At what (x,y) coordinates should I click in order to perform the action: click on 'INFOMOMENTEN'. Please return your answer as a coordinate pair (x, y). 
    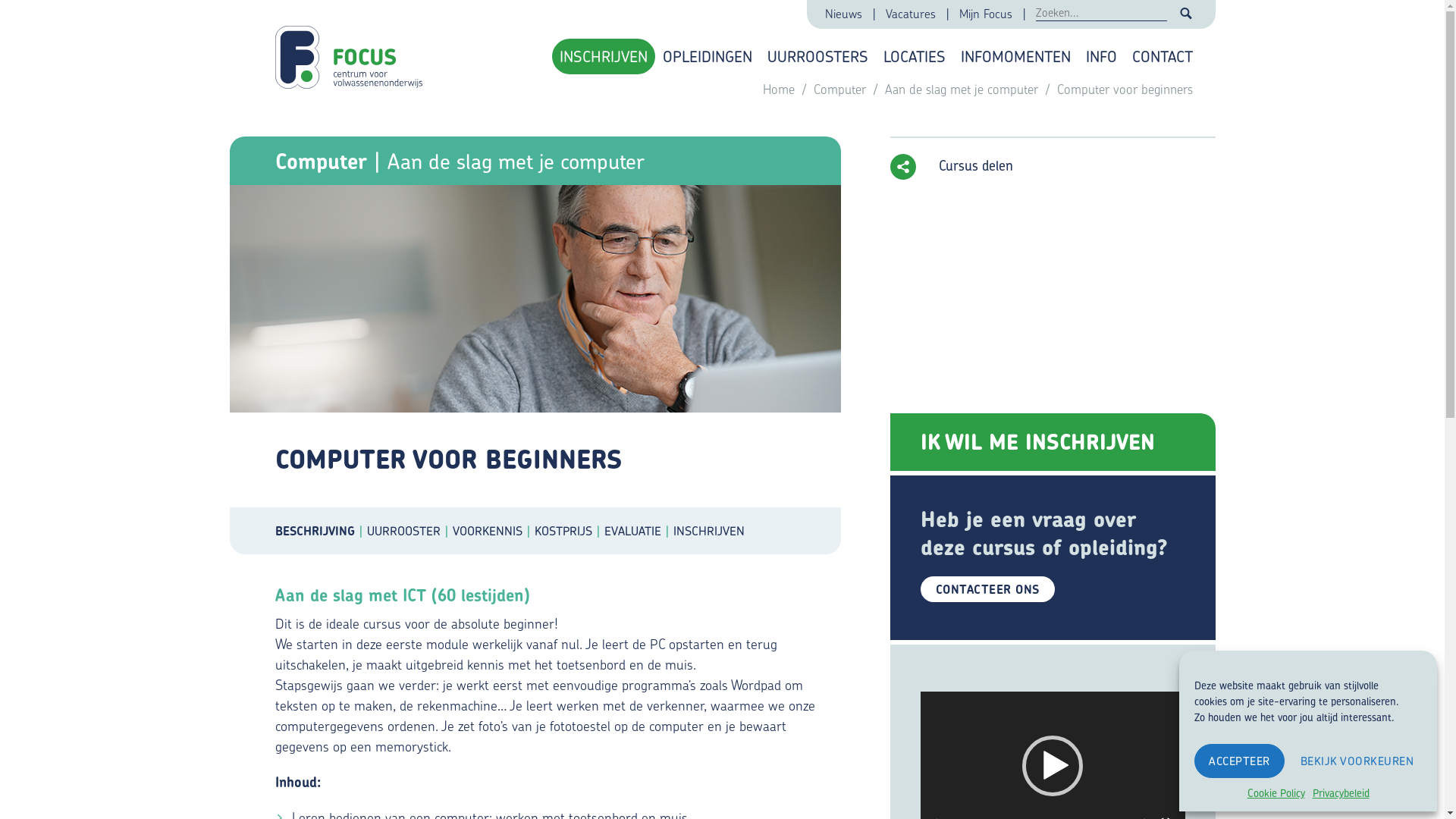
    Looking at the image, I should click on (1015, 55).